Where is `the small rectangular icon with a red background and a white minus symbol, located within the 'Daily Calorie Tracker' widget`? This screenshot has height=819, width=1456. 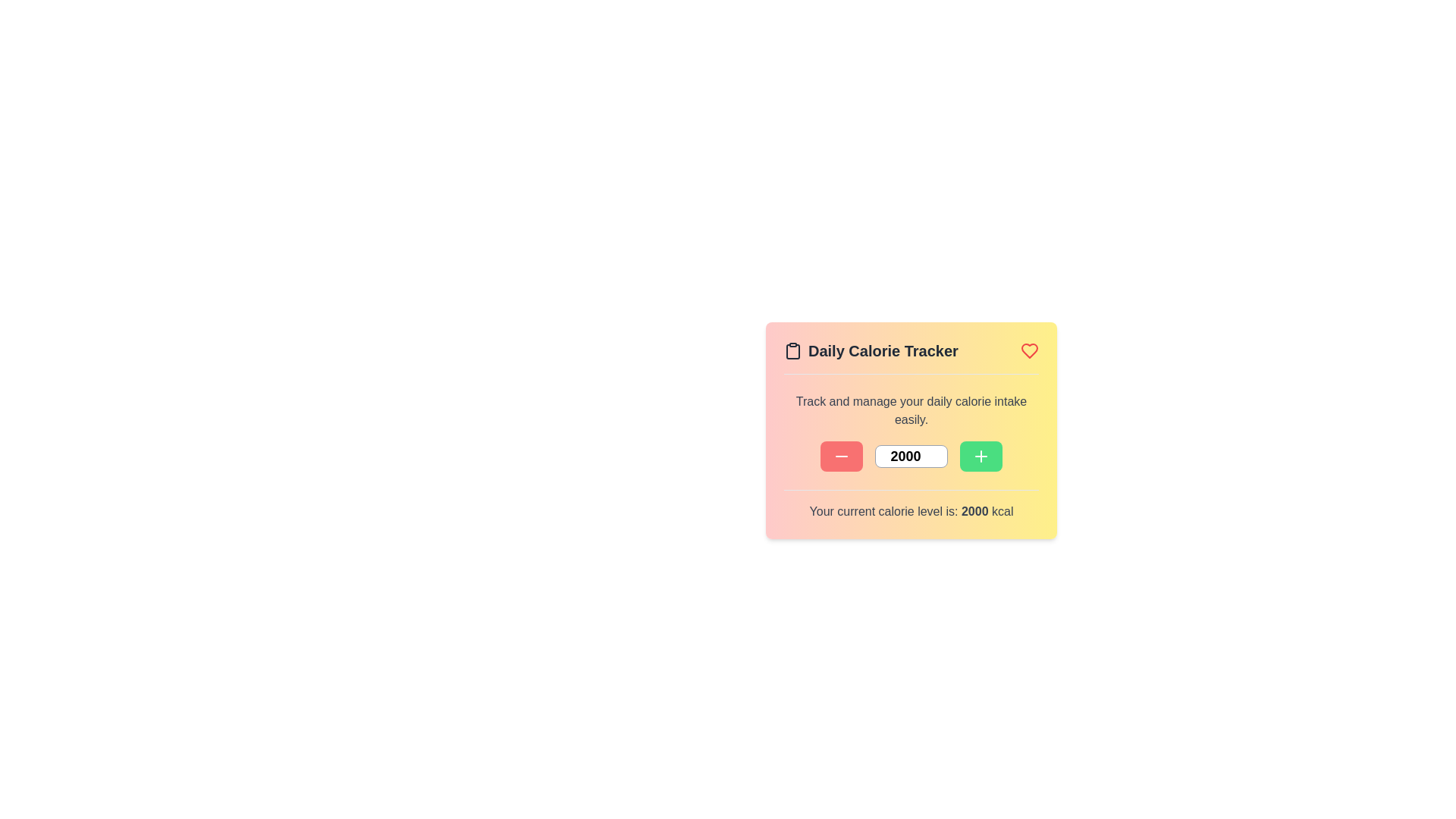
the small rectangular icon with a red background and a white minus symbol, located within the 'Daily Calorie Tracker' widget is located at coordinates (840, 455).